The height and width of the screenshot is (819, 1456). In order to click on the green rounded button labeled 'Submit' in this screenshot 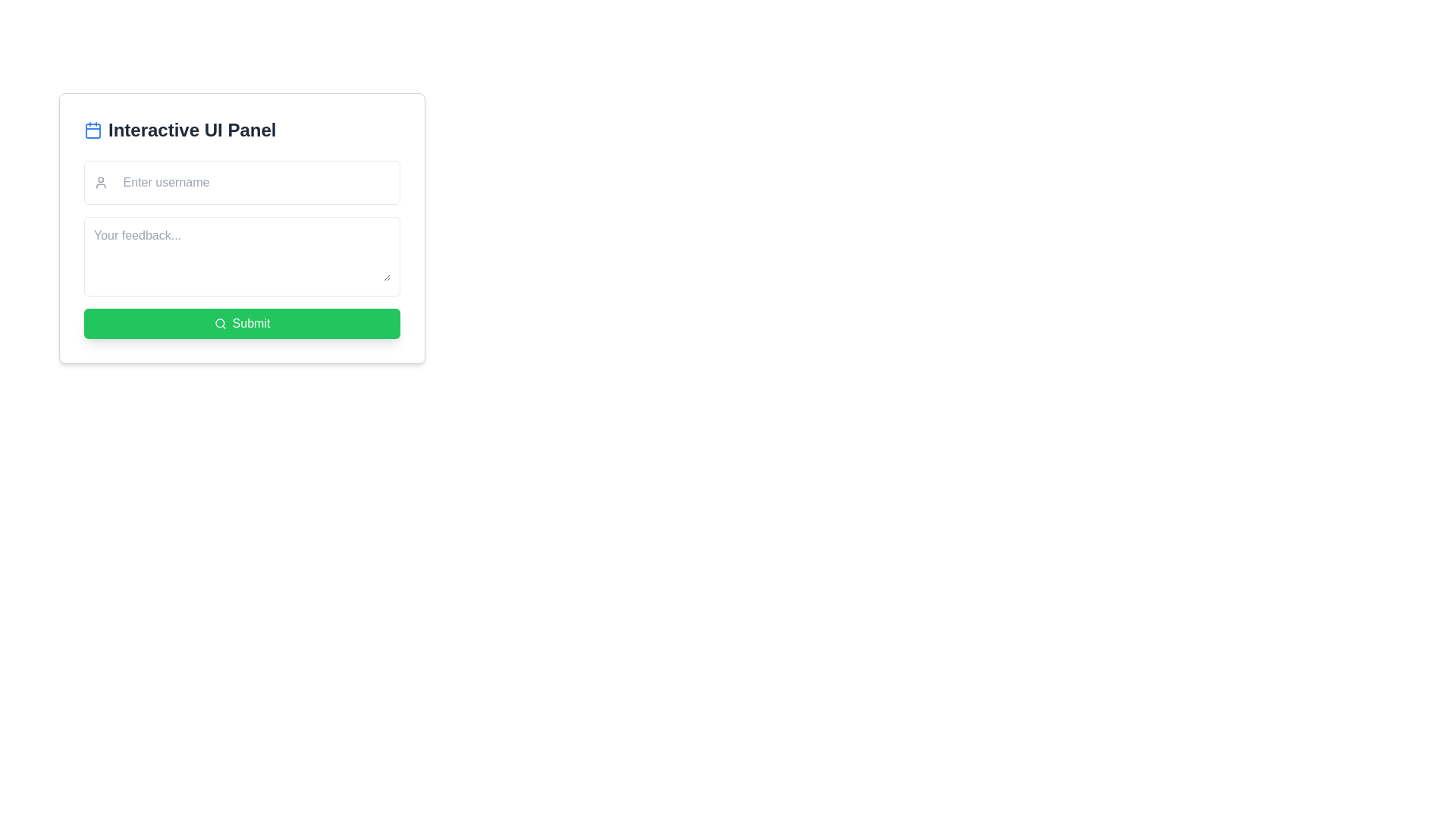, I will do `click(241, 323)`.